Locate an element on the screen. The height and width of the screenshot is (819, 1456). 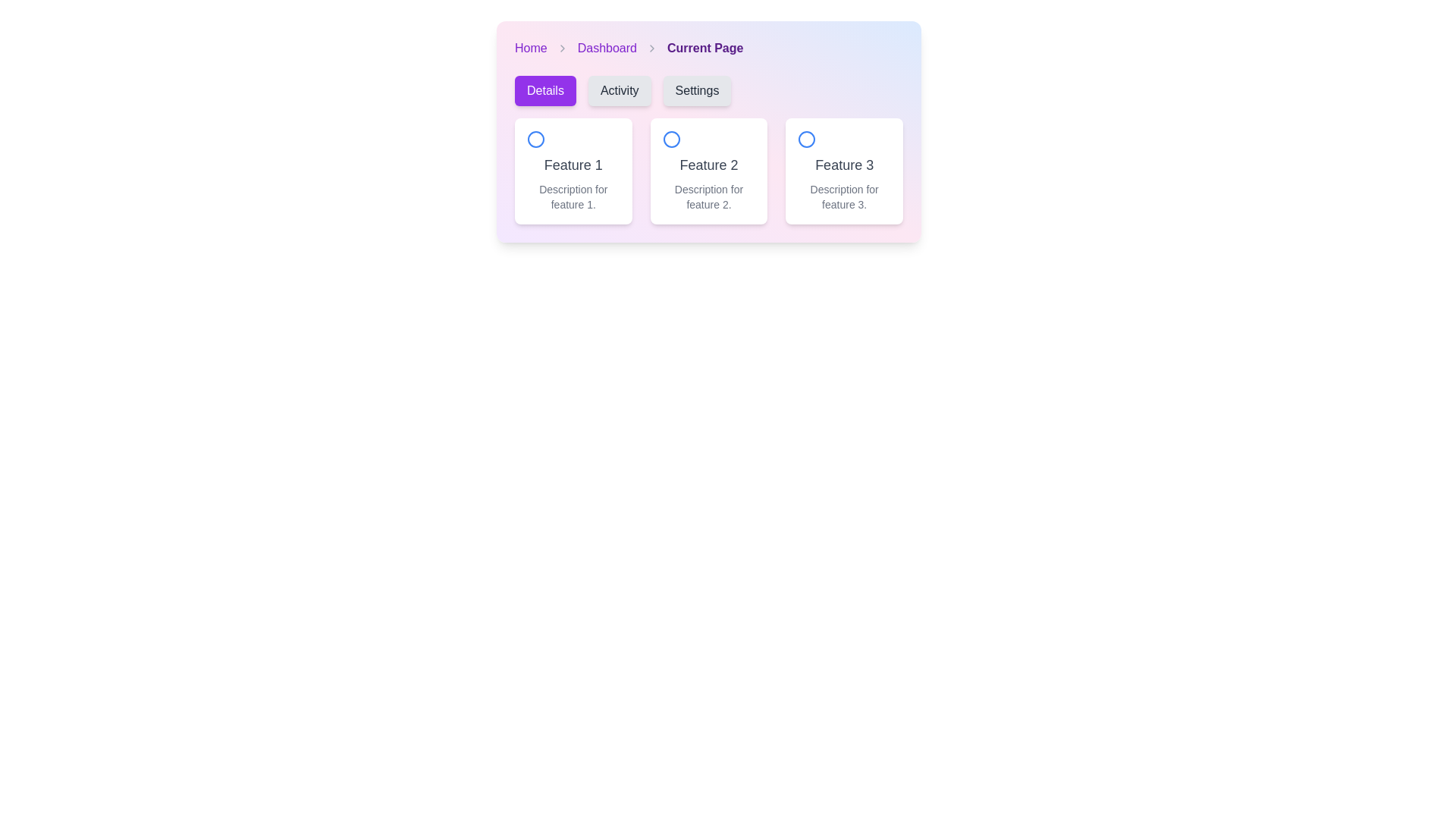
the icon representing the status or action for the card labeled 'Feature 2', located in the upper-center area above the text 'Feature 2' and 'Description for feature 2' is located at coordinates (670, 140).